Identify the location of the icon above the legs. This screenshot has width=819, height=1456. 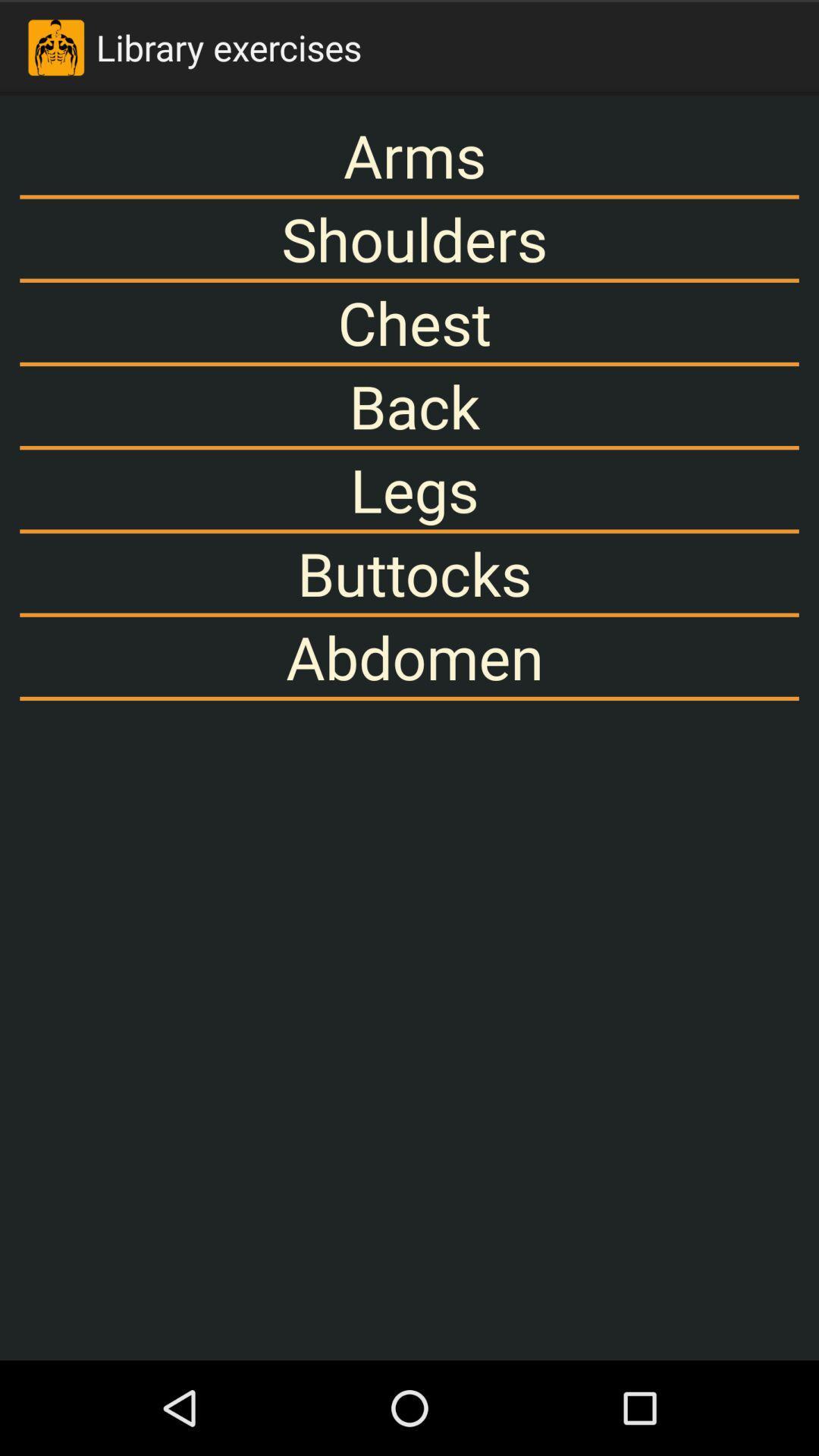
(409, 406).